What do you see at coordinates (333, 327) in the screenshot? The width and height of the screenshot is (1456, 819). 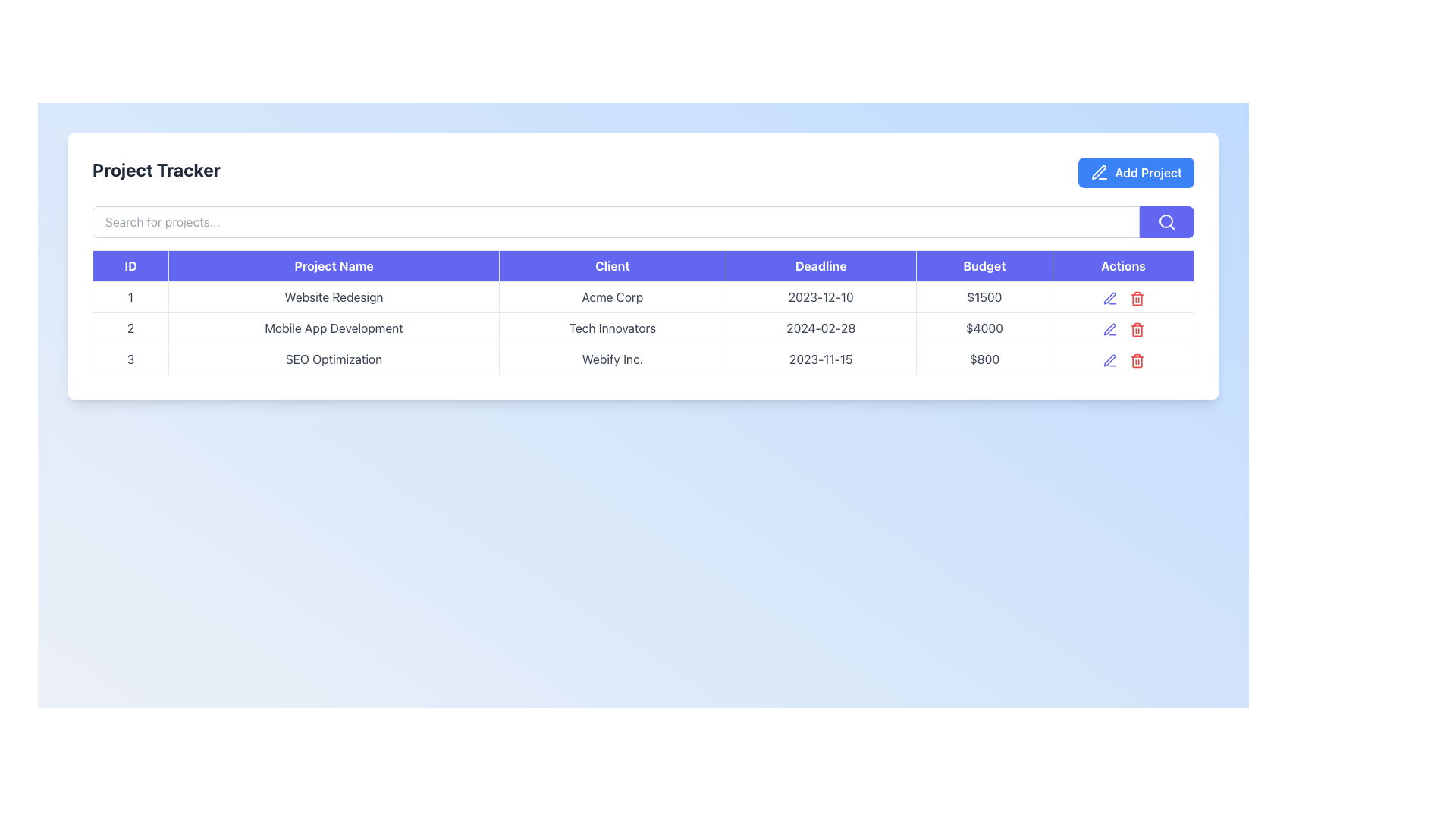 I see `to select the row containing the project name 'Mobile App Development' in the project tracker table` at bounding box center [333, 327].